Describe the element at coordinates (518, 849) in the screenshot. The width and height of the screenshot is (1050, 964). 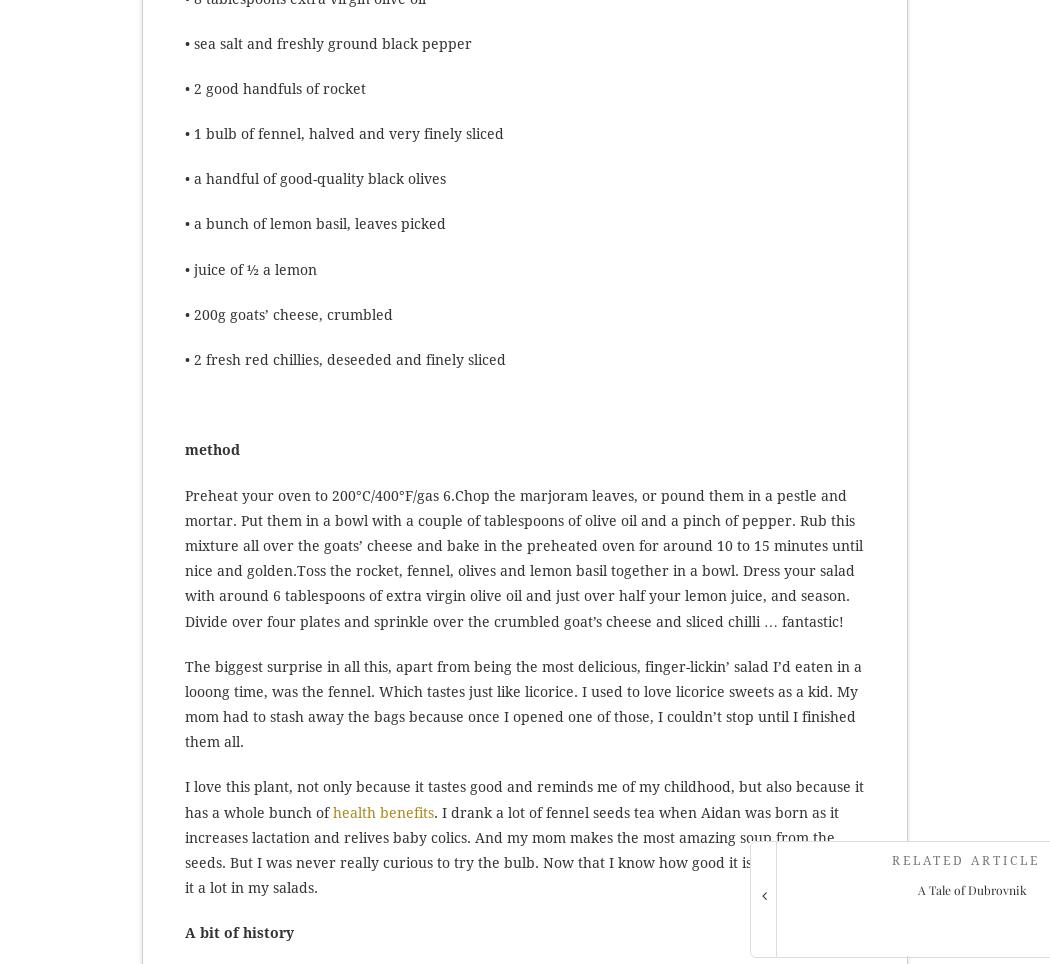
I see `'. I drank a lot of fennel seeds tea when Aidan was born as it increases lactation and relives baby colics. And my mom makes the most amazing soup from the seeds. But I was never really curious to try the bulb. Now that I know how good it is, I will be using it a lot in my salads.'` at that location.